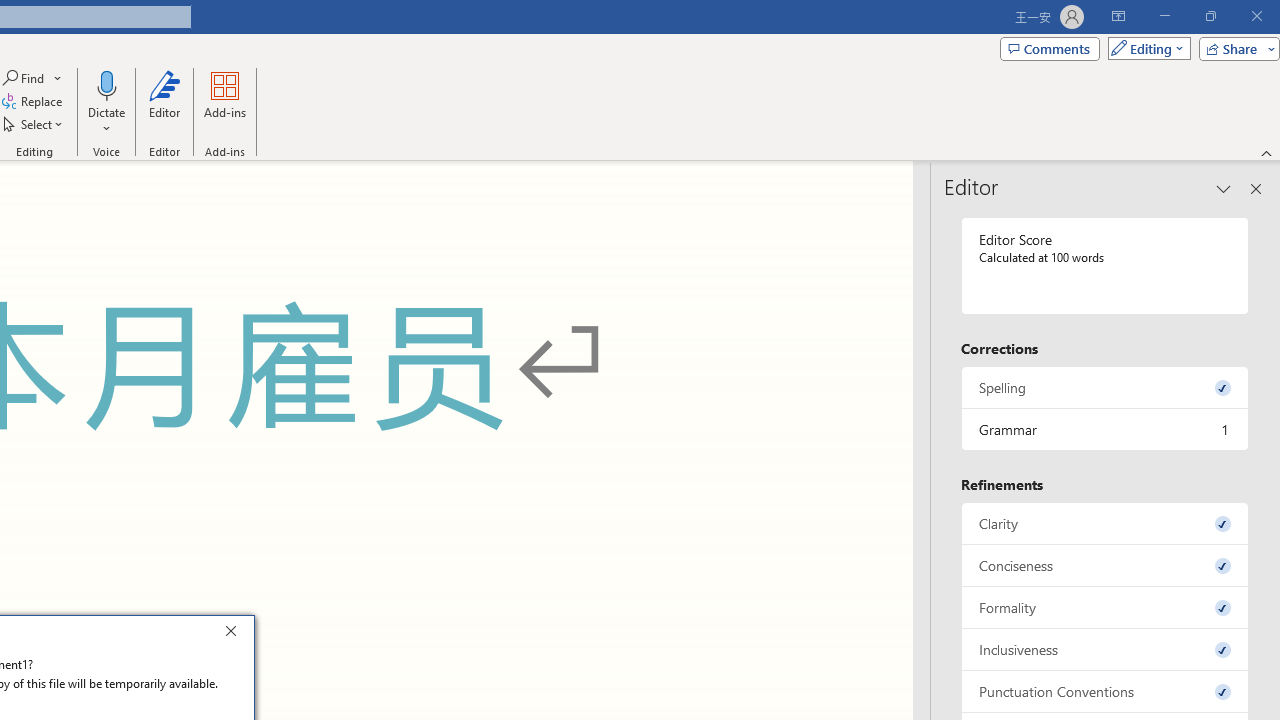 The height and width of the screenshot is (720, 1280). I want to click on 'Grammar, 1 issue. Press space or enter to review items.', so click(1104, 428).